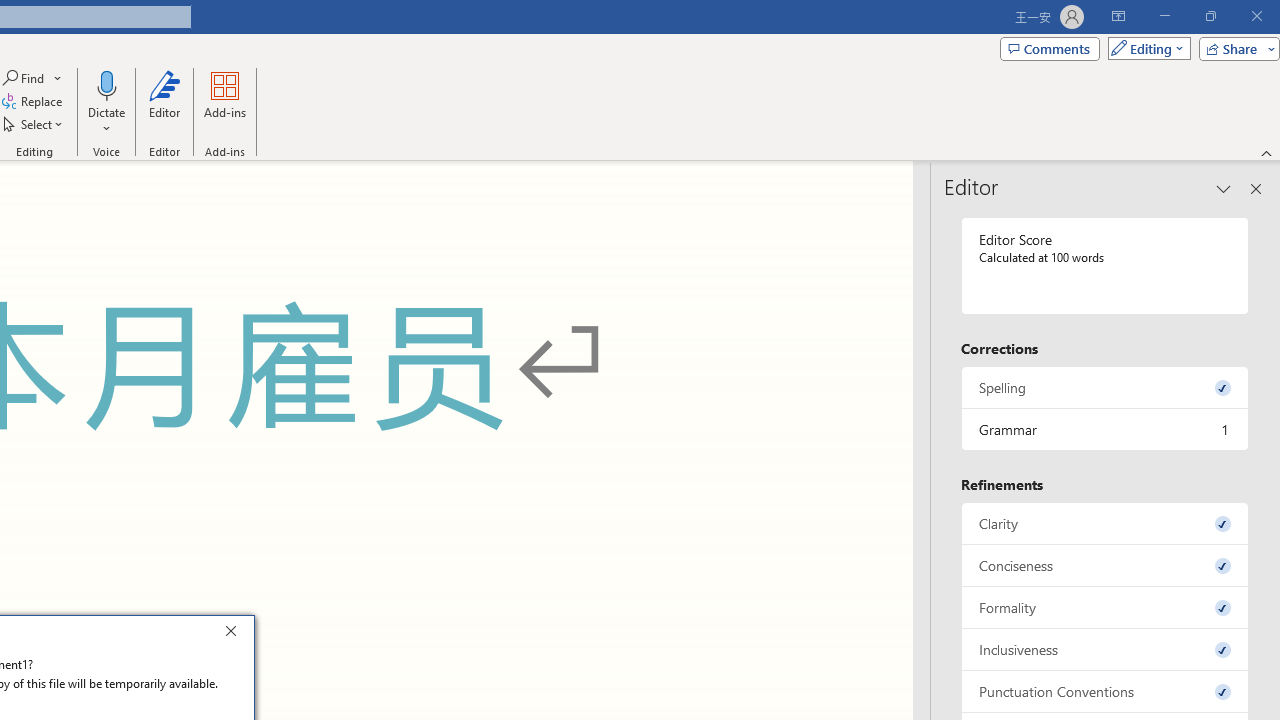 The height and width of the screenshot is (720, 1280). I want to click on 'Grammar, 1 issue. Press space or enter to review items.', so click(1104, 428).